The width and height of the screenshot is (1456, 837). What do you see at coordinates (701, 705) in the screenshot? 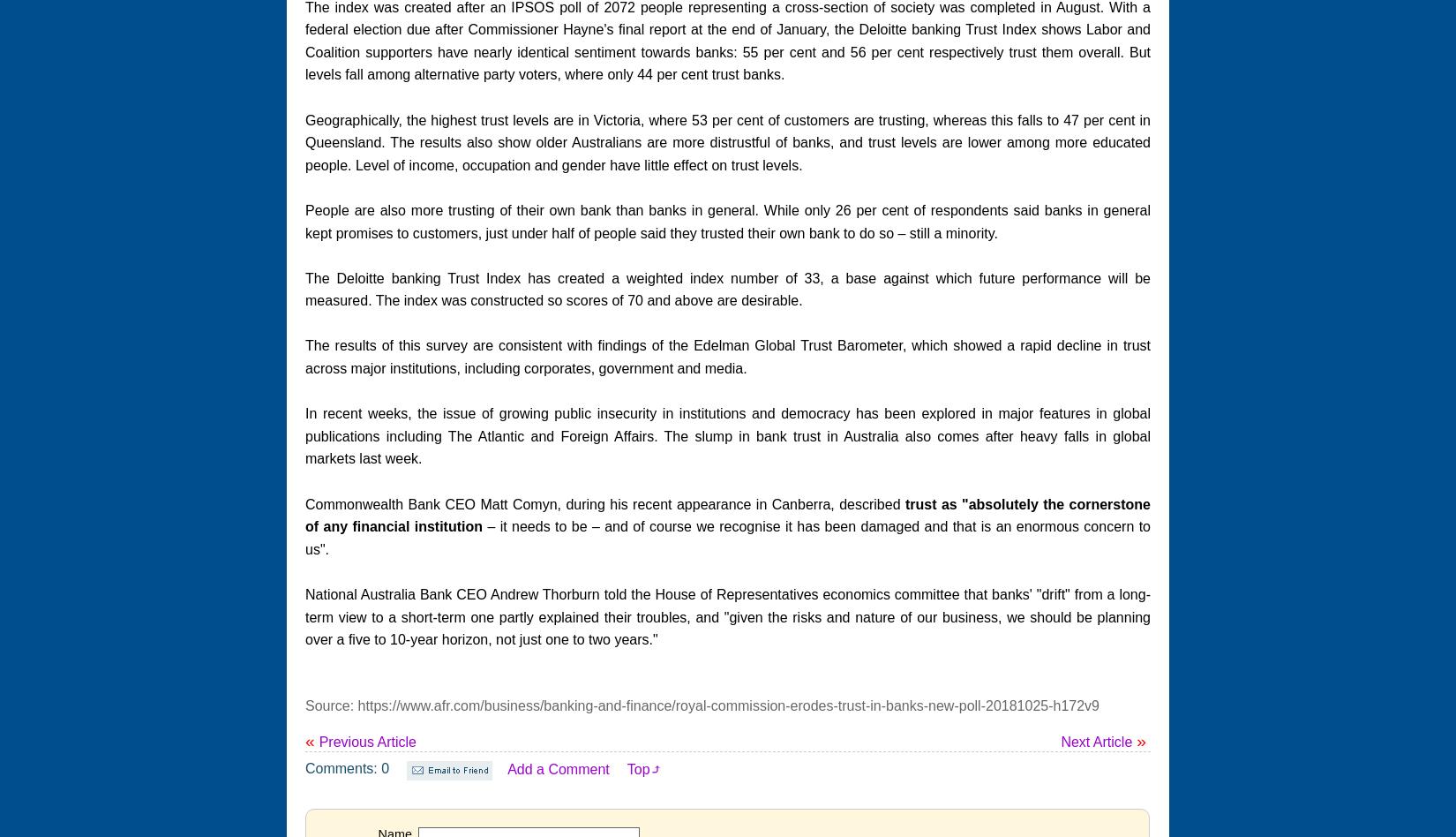
I see `'Source: https://www.afr.com/business/banking-and-finance/royal-commission-erodes-trust-in-banks-new-poll-20181025-h172v9'` at bounding box center [701, 705].